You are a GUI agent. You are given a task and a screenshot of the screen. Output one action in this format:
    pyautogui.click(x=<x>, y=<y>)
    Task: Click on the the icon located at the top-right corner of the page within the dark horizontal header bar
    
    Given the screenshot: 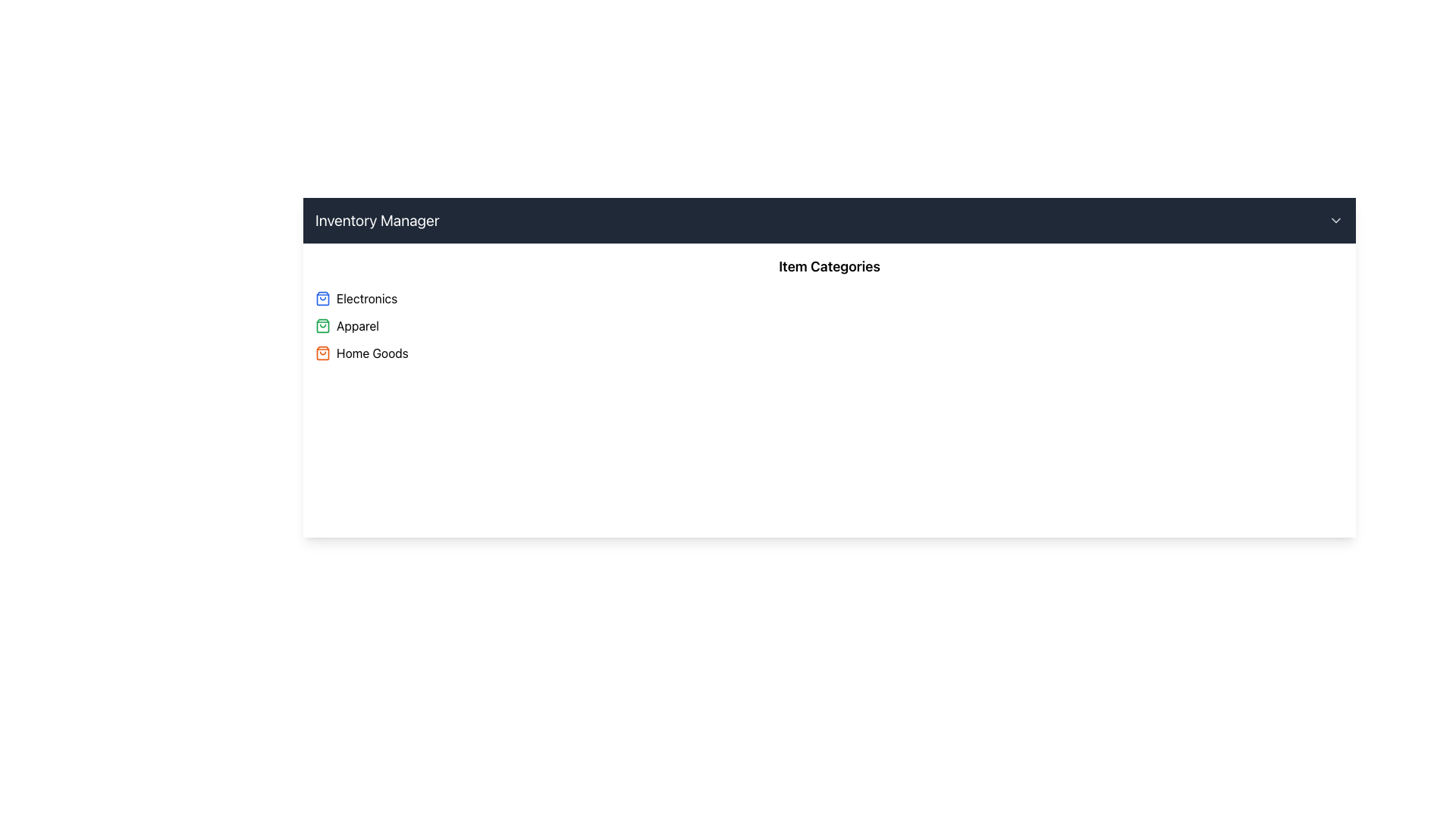 What is the action you would take?
    pyautogui.click(x=1335, y=220)
    